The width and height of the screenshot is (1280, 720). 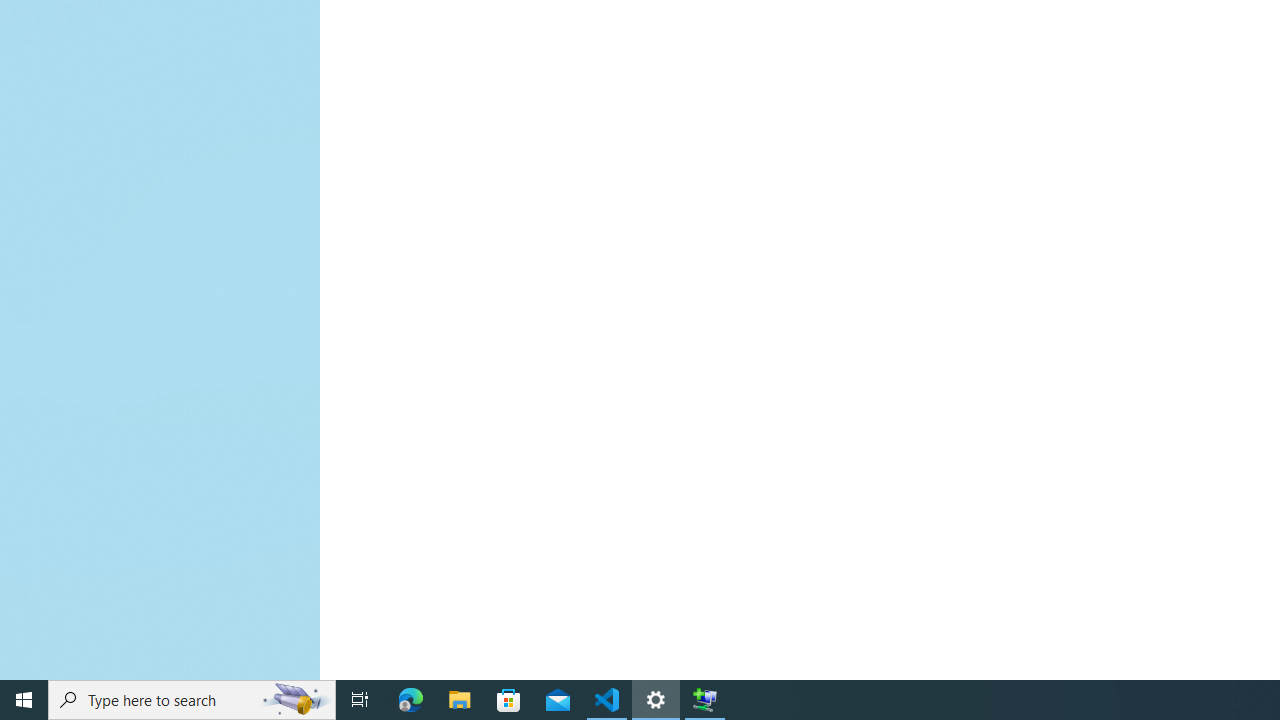 What do you see at coordinates (294, 698) in the screenshot?
I see `'Search highlights icon opens search home window'` at bounding box center [294, 698].